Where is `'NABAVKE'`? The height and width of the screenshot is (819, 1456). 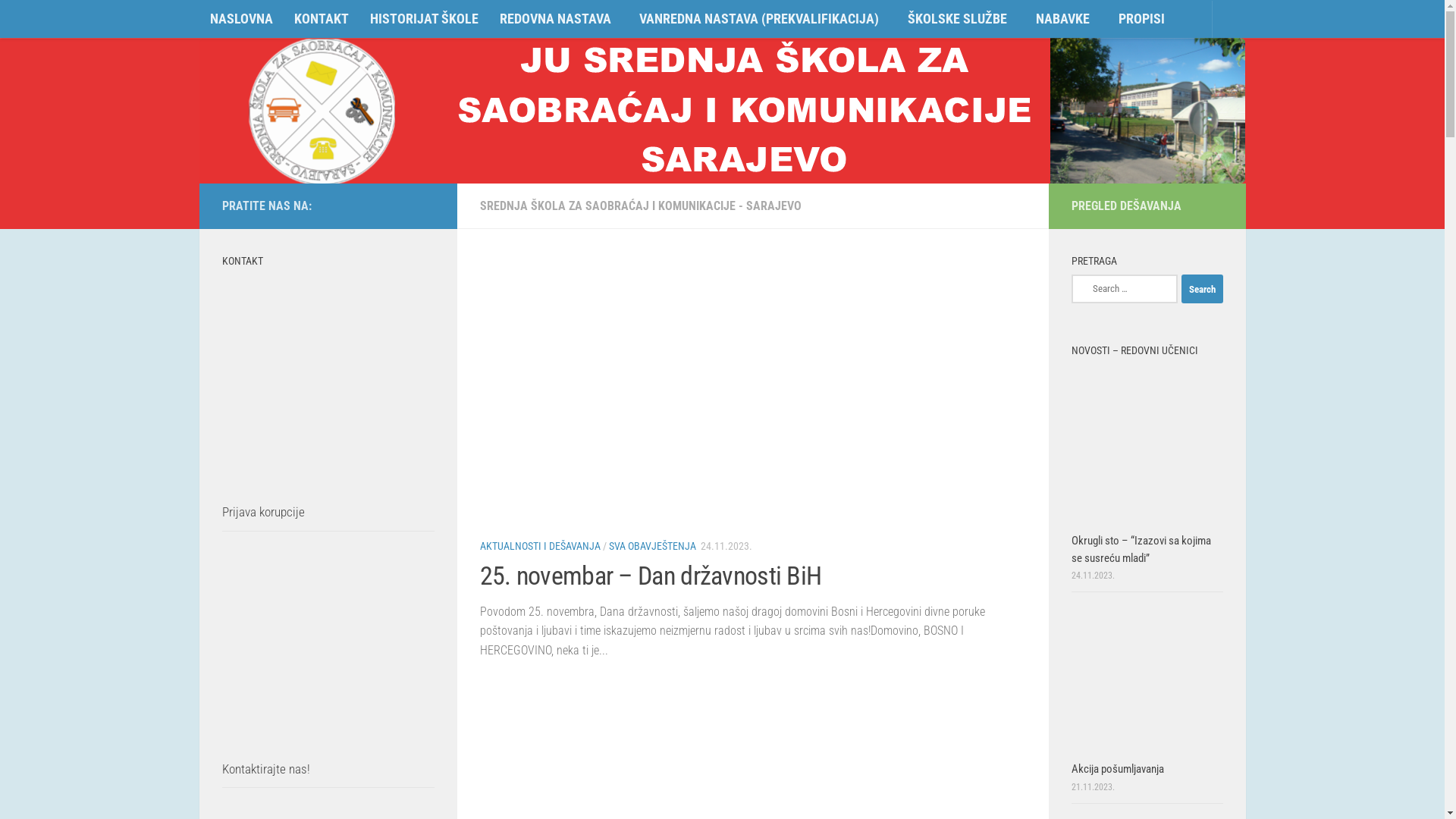
'NABAVKE' is located at coordinates (1025, 19).